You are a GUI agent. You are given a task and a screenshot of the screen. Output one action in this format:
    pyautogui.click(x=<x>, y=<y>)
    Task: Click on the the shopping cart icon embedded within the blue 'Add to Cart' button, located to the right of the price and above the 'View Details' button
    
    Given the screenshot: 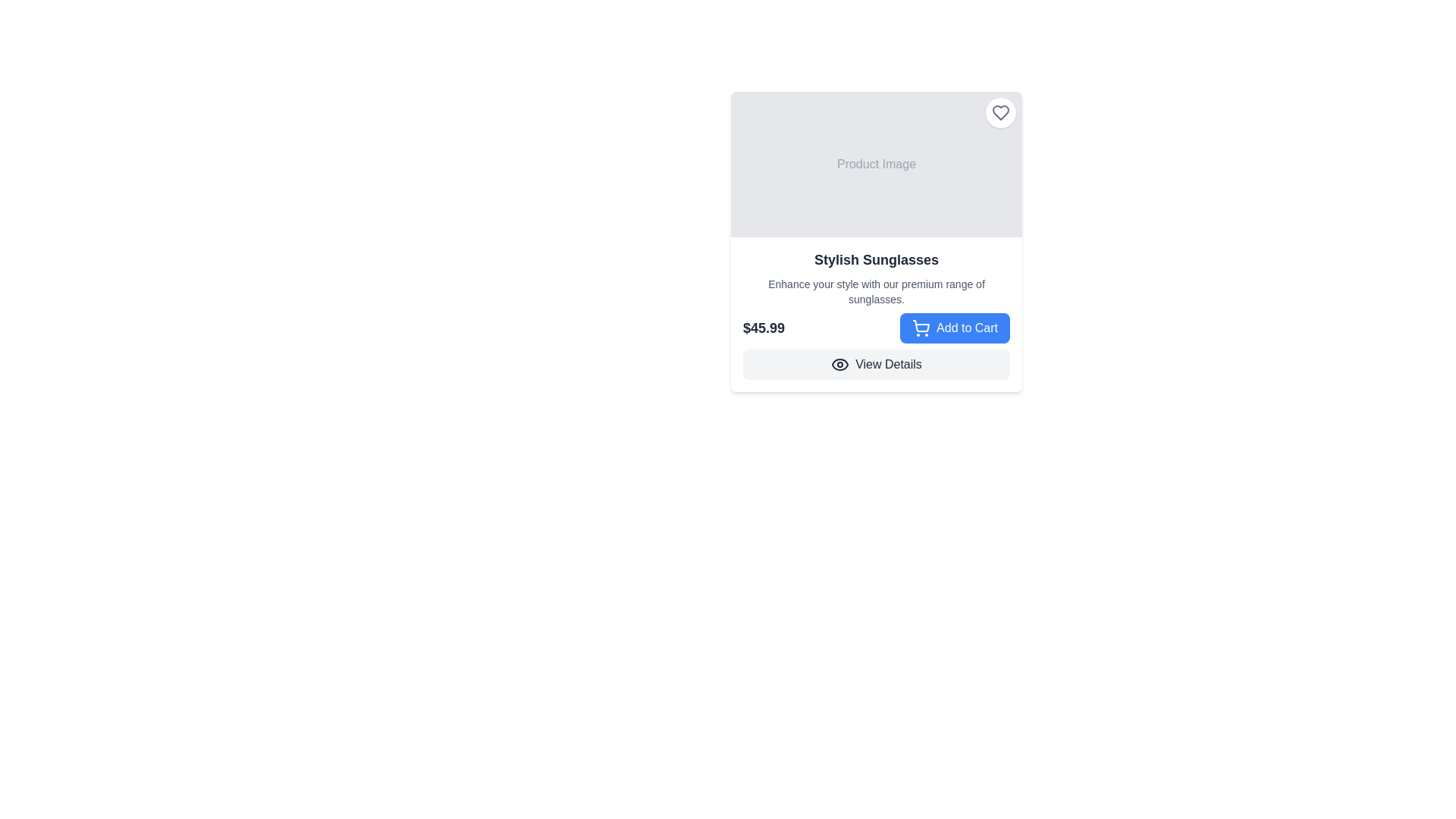 What is the action you would take?
    pyautogui.click(x=920, y=327)
    